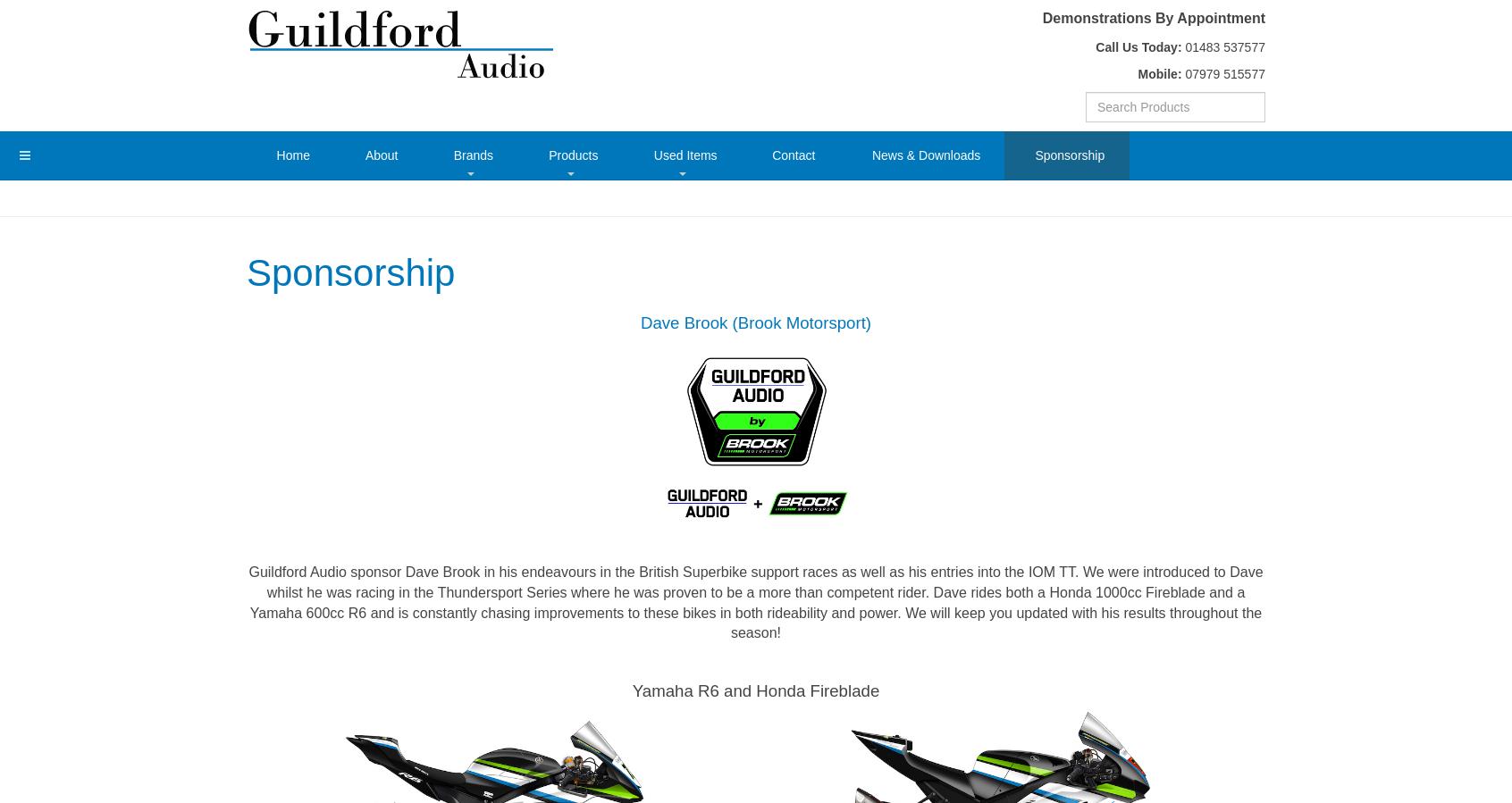 This screenshot has width=1512, height=803. Describe the element at coordinates (925, 154) in the screenshot. I see `'News & Downloads'` at that location.